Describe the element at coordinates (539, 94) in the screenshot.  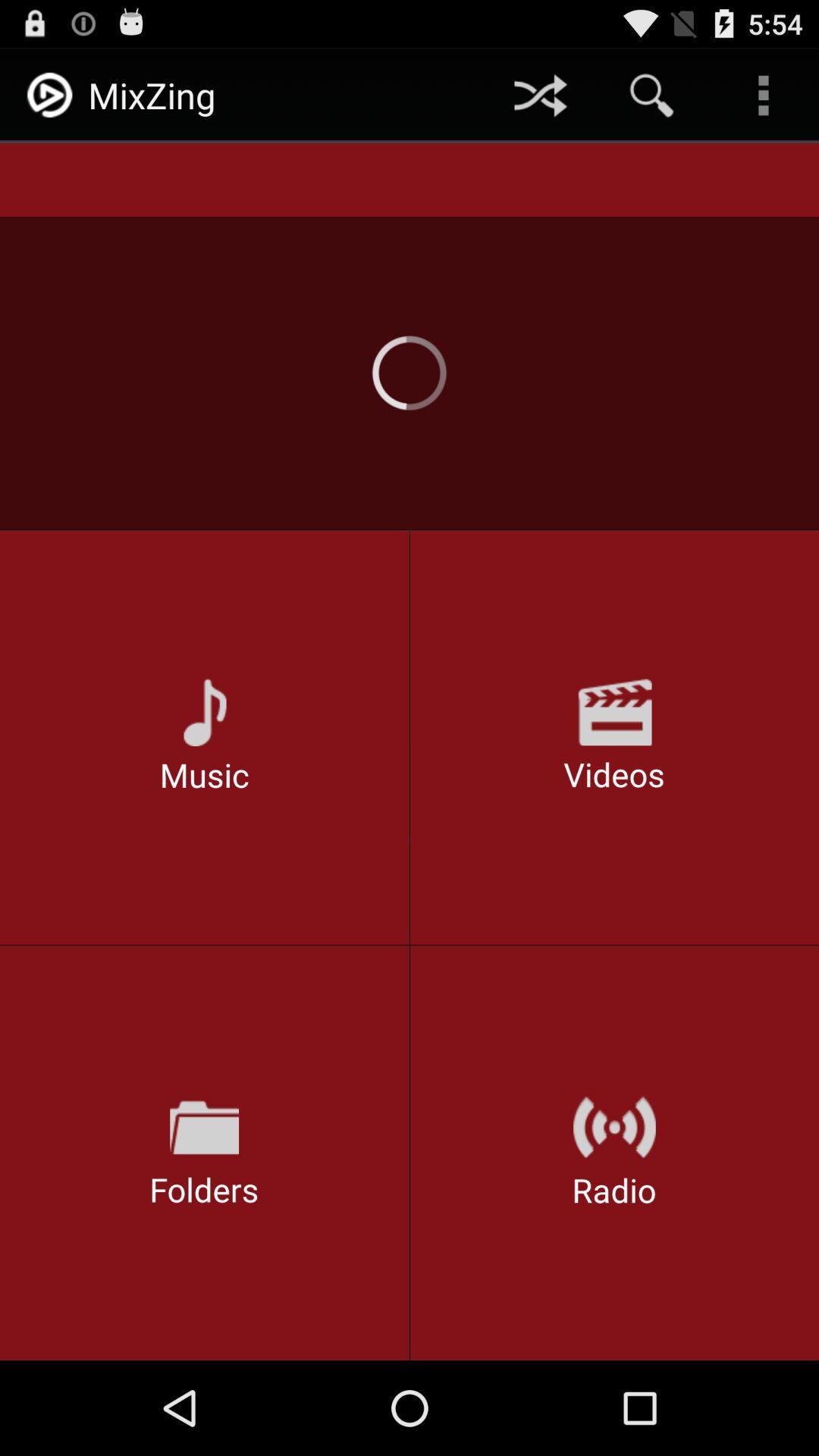
I see `icon to the right of mixzing icon` at that location.